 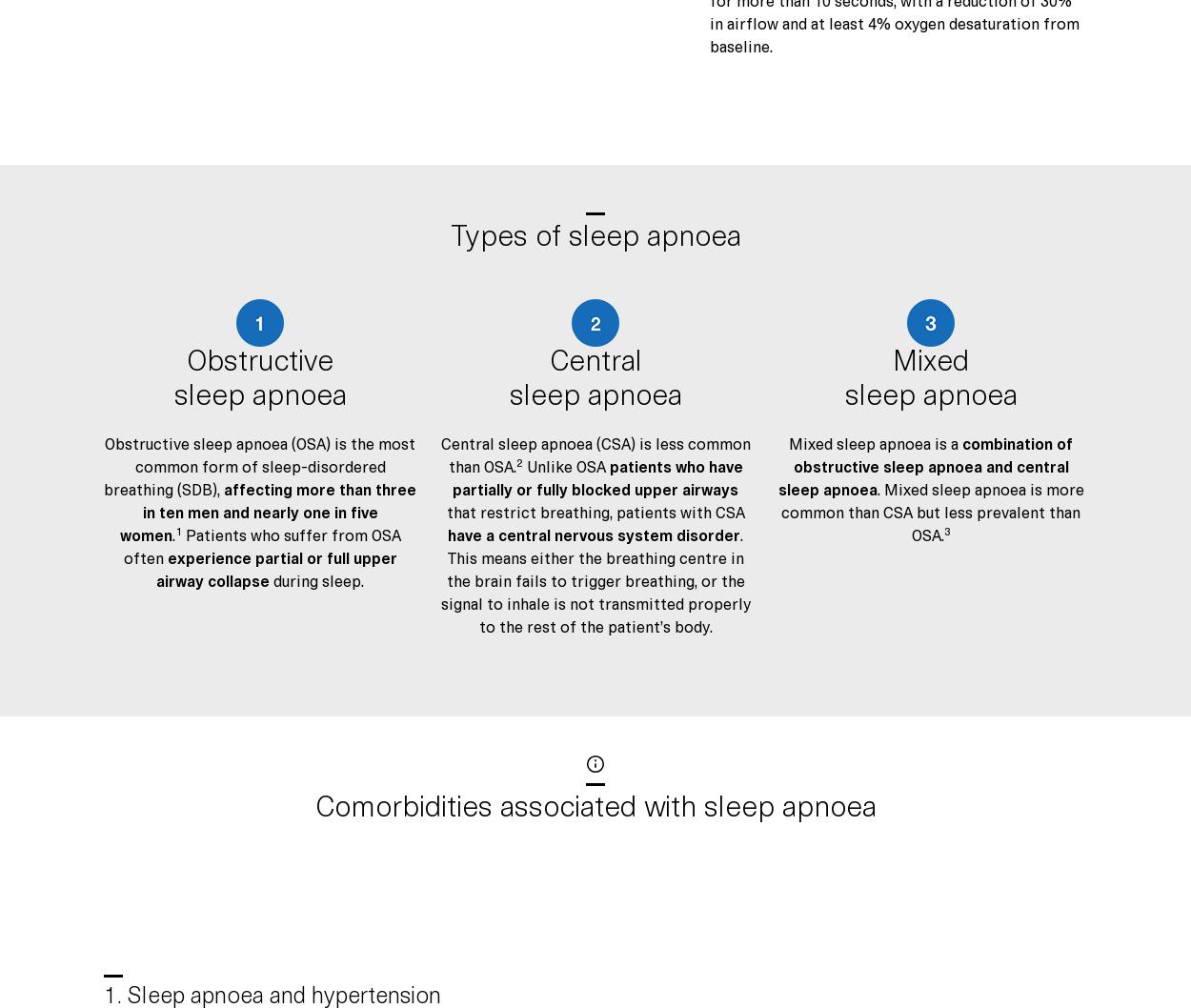 What do you see at coordinates (185, 434) in the screenshot?
I see `'UK Carbon Reduction Plan'` at bounding box center [185, 434].